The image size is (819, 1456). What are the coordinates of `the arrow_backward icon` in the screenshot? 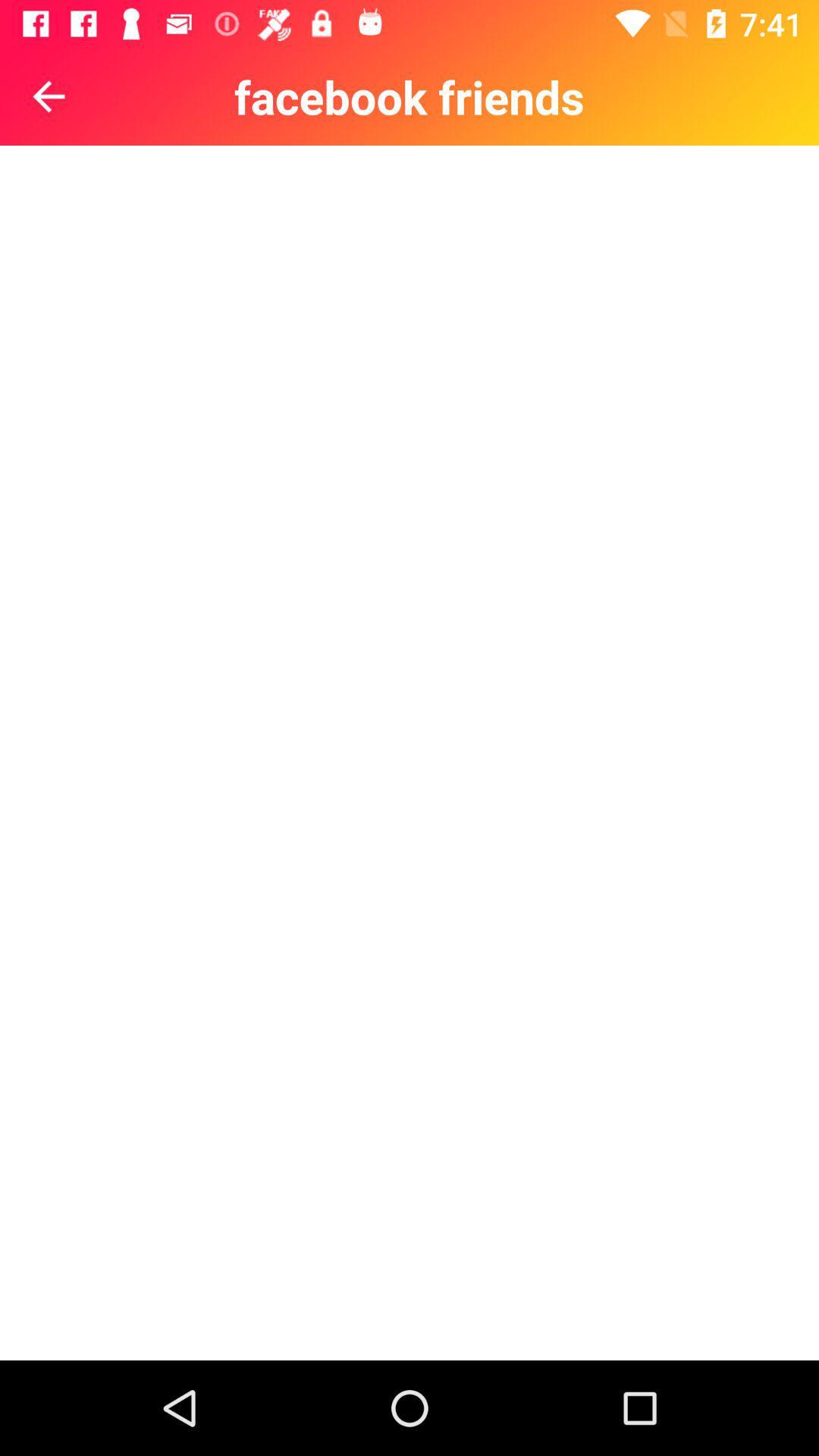 It's located at (48, 96).